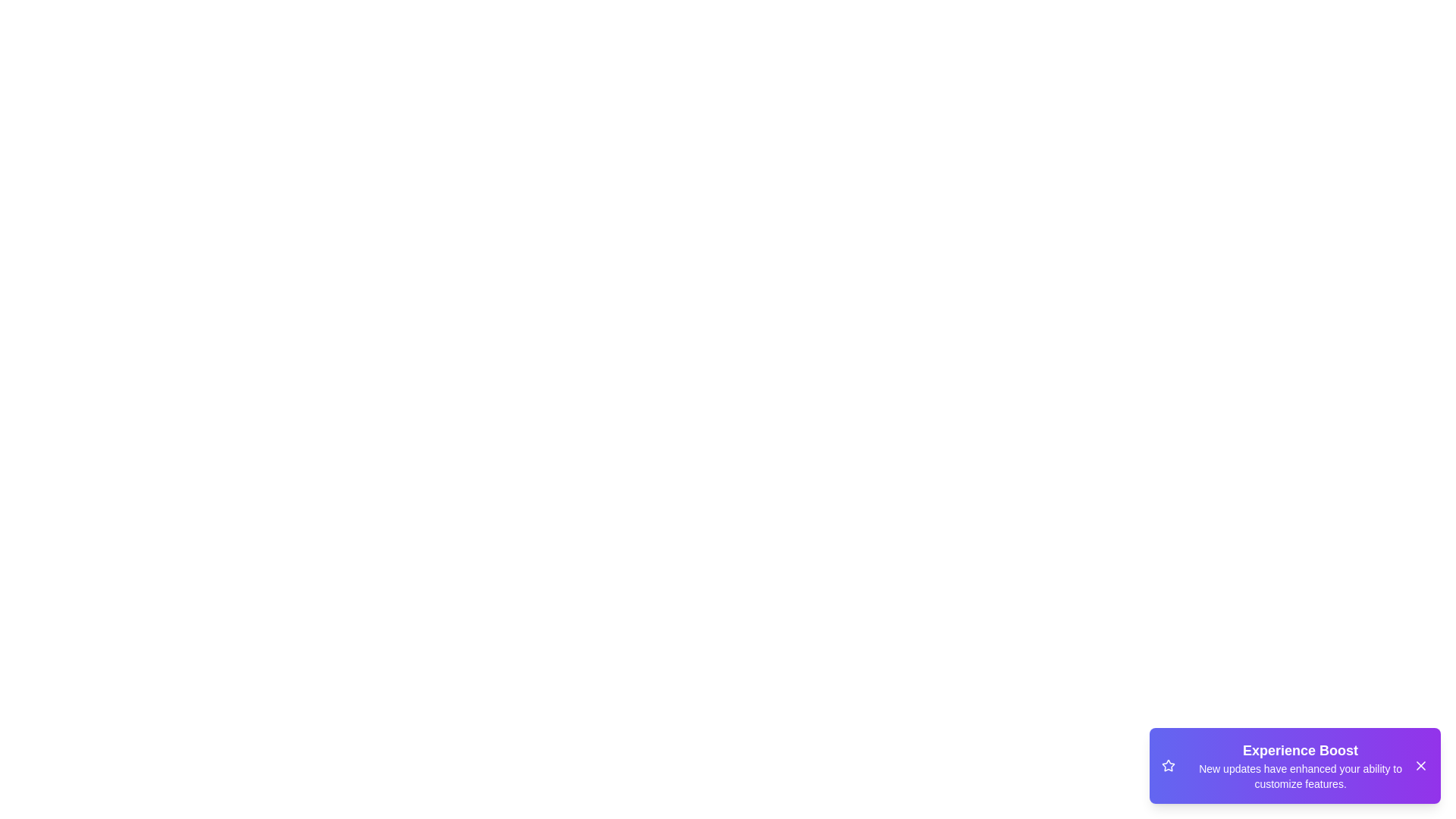  What do you see at coordinates (1420, 766) in the screenshot?
I see `the close button of the snackbar to dismiss it` at bounding box center [1420, 766].